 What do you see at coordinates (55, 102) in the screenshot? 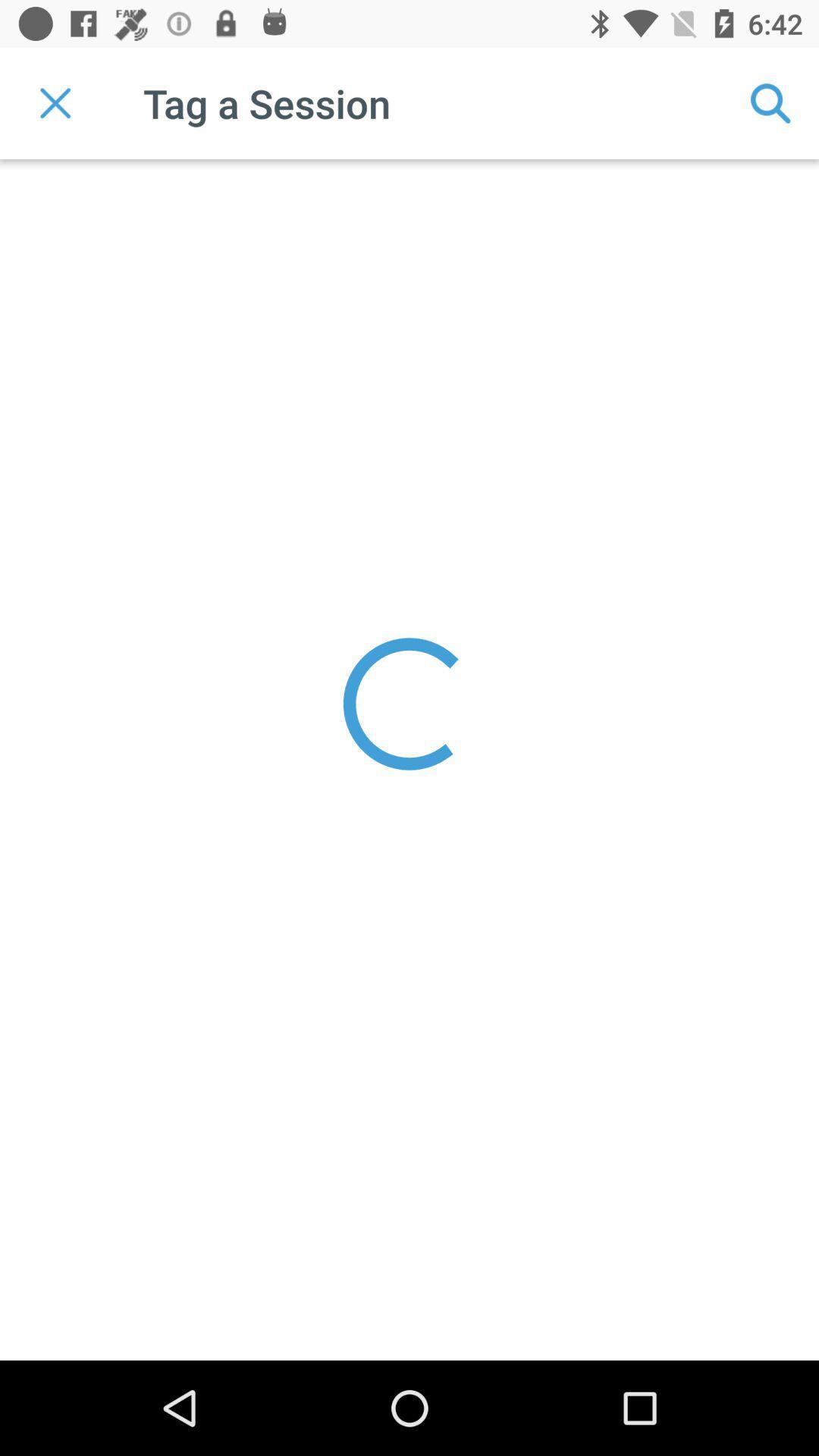
I see `icon to the left of tag a session` at bounding box center [55, 102].